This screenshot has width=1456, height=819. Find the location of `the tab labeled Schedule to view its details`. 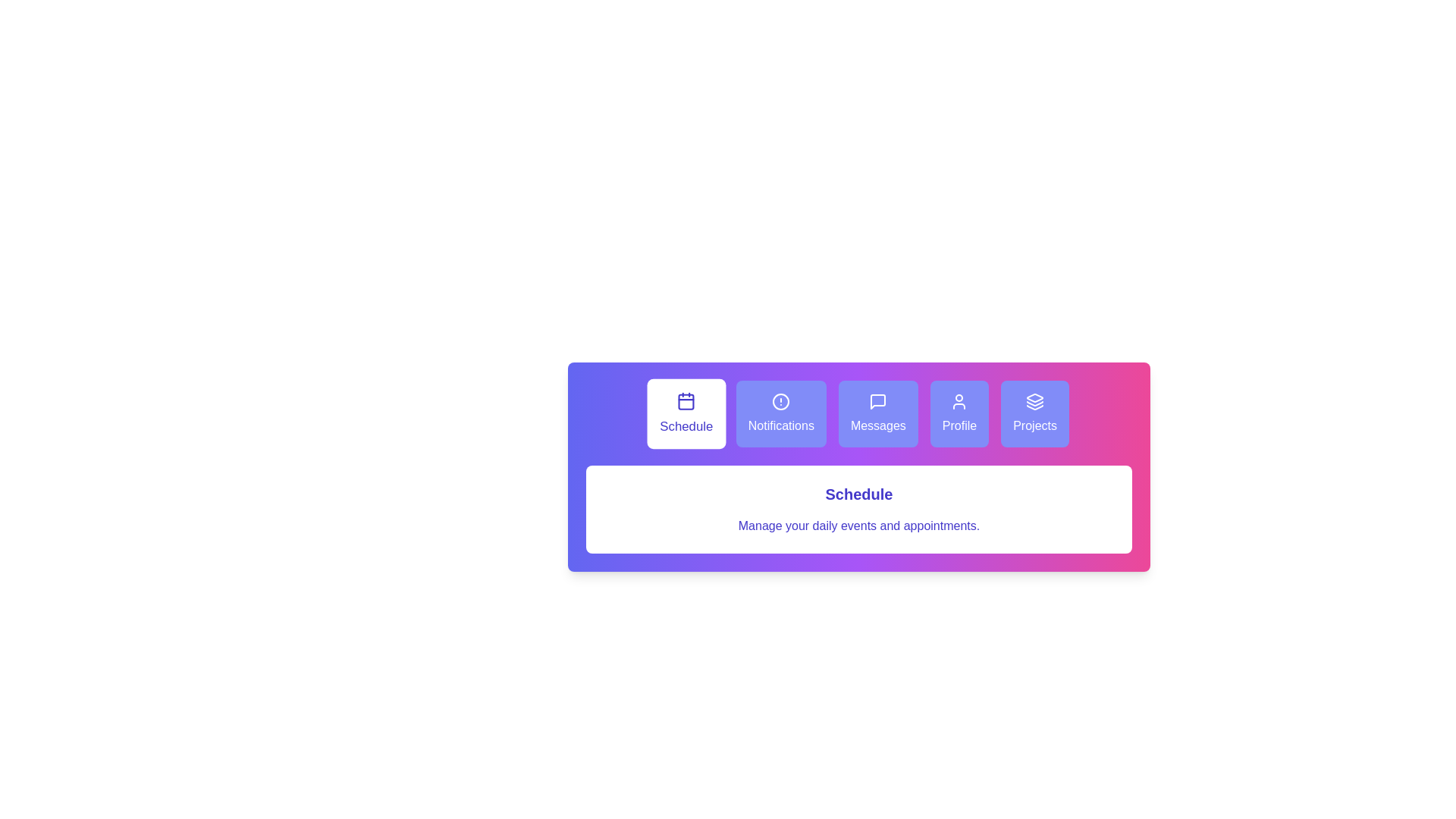

the tab labeled Schedule to view its details is located at coordinates (686, 414).